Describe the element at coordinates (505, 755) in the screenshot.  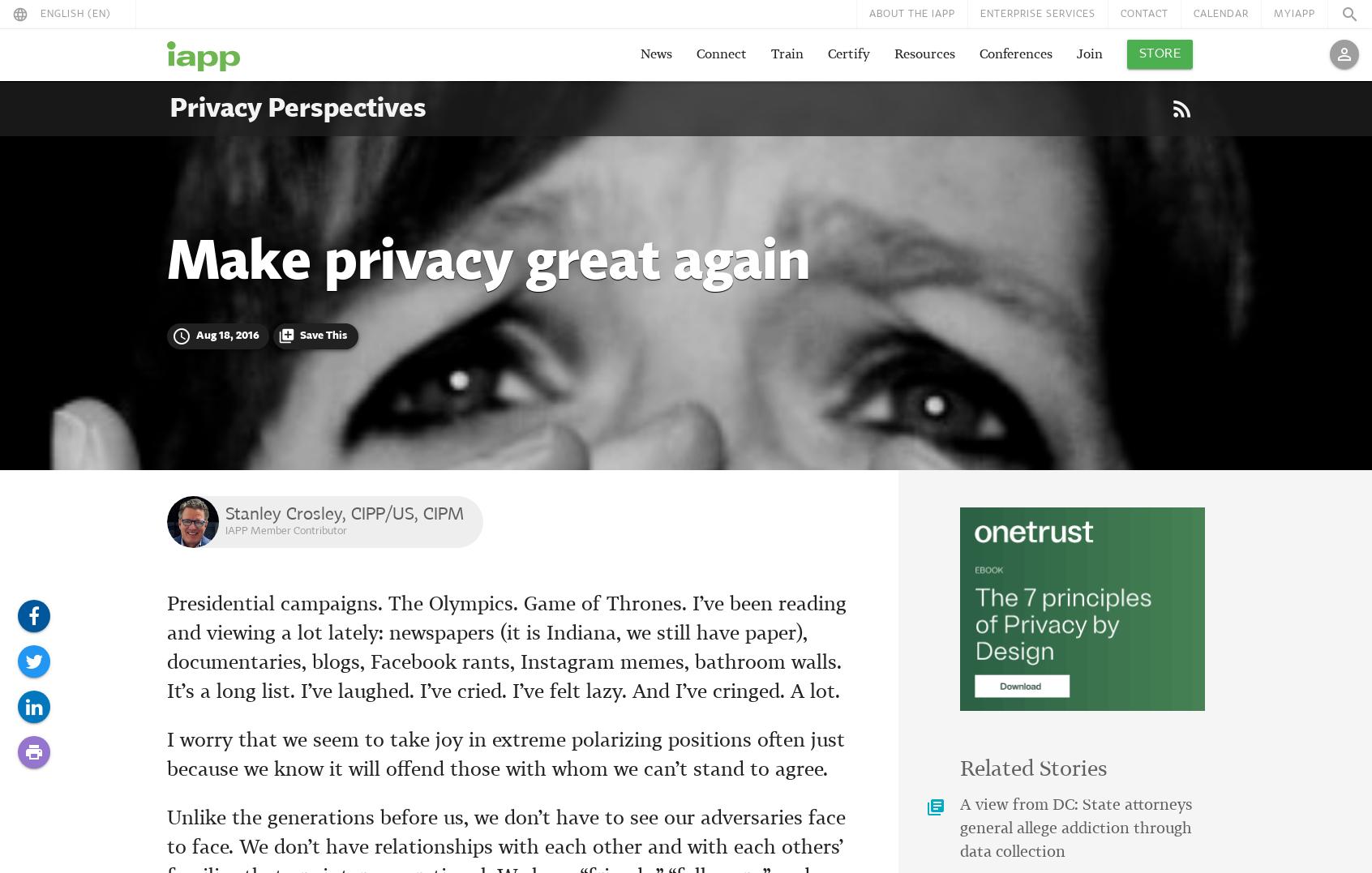
I see `'I worry that we seem to take joy in extreme polarizing positions often just because we know it will offend those with whom we can’t stand to agree.'` at that location.